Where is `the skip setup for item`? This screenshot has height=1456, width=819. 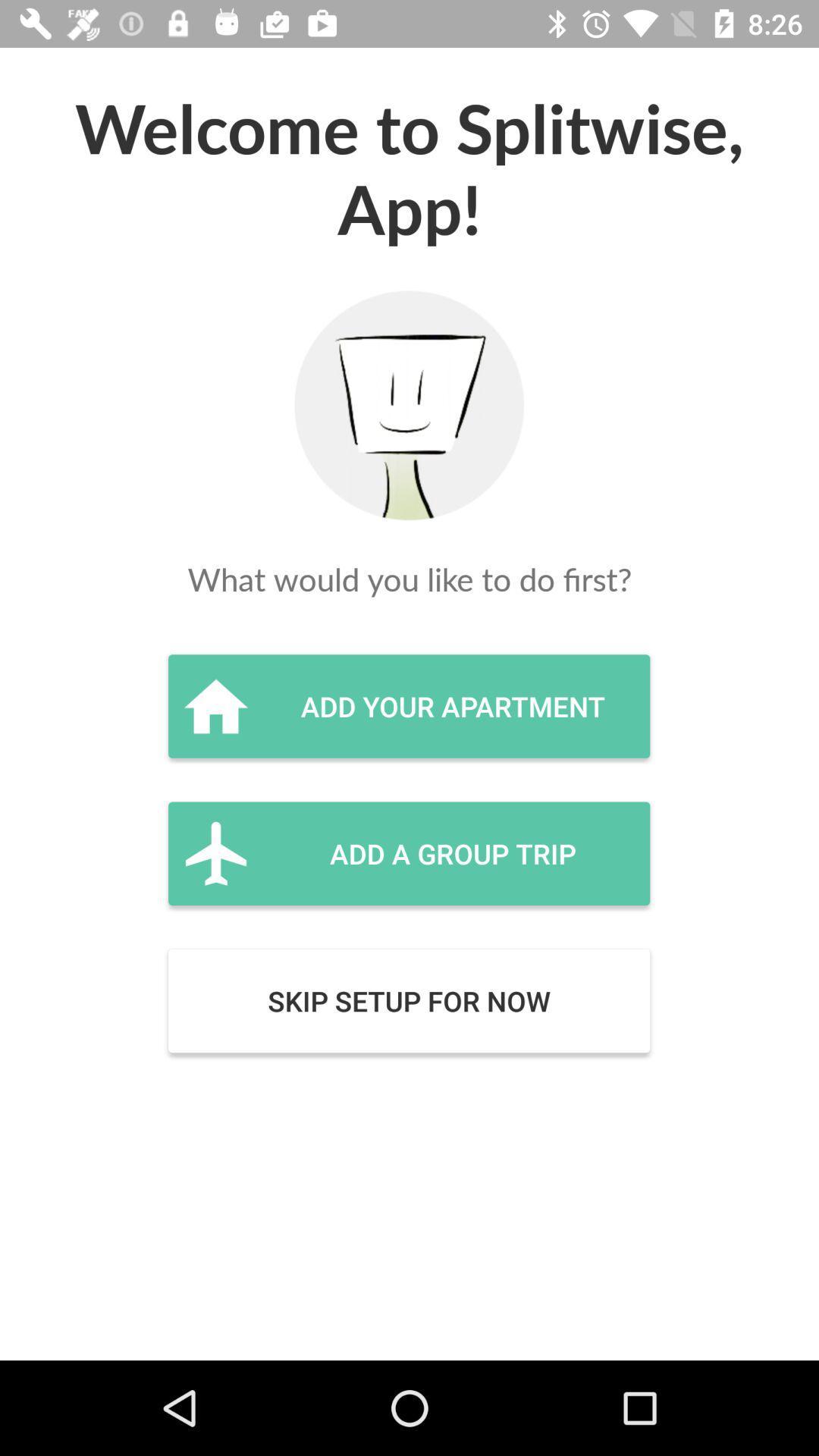
the skip setup for item is located at coordinates (408, 1001).